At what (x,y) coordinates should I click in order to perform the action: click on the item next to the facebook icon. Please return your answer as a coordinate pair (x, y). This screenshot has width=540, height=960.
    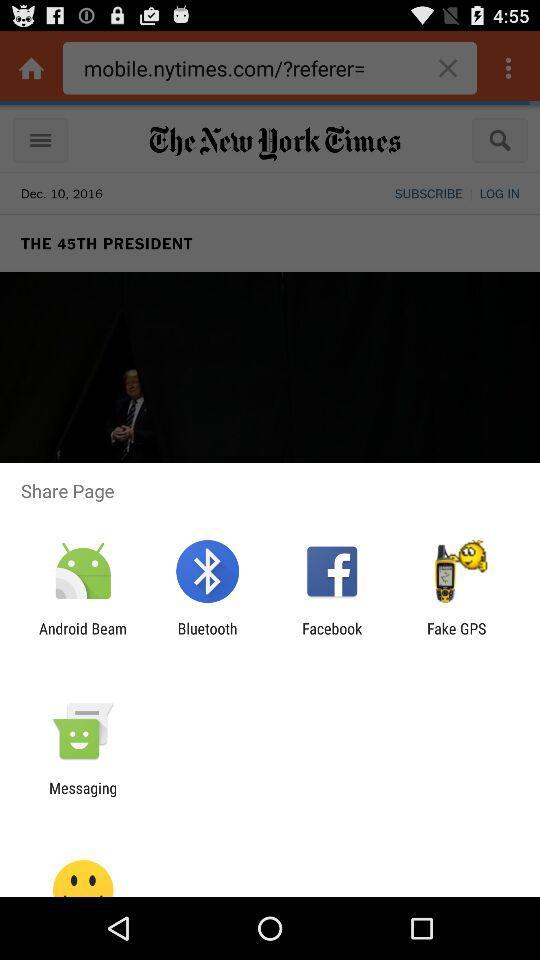
    Looking at the image, I should click on (206, 636).